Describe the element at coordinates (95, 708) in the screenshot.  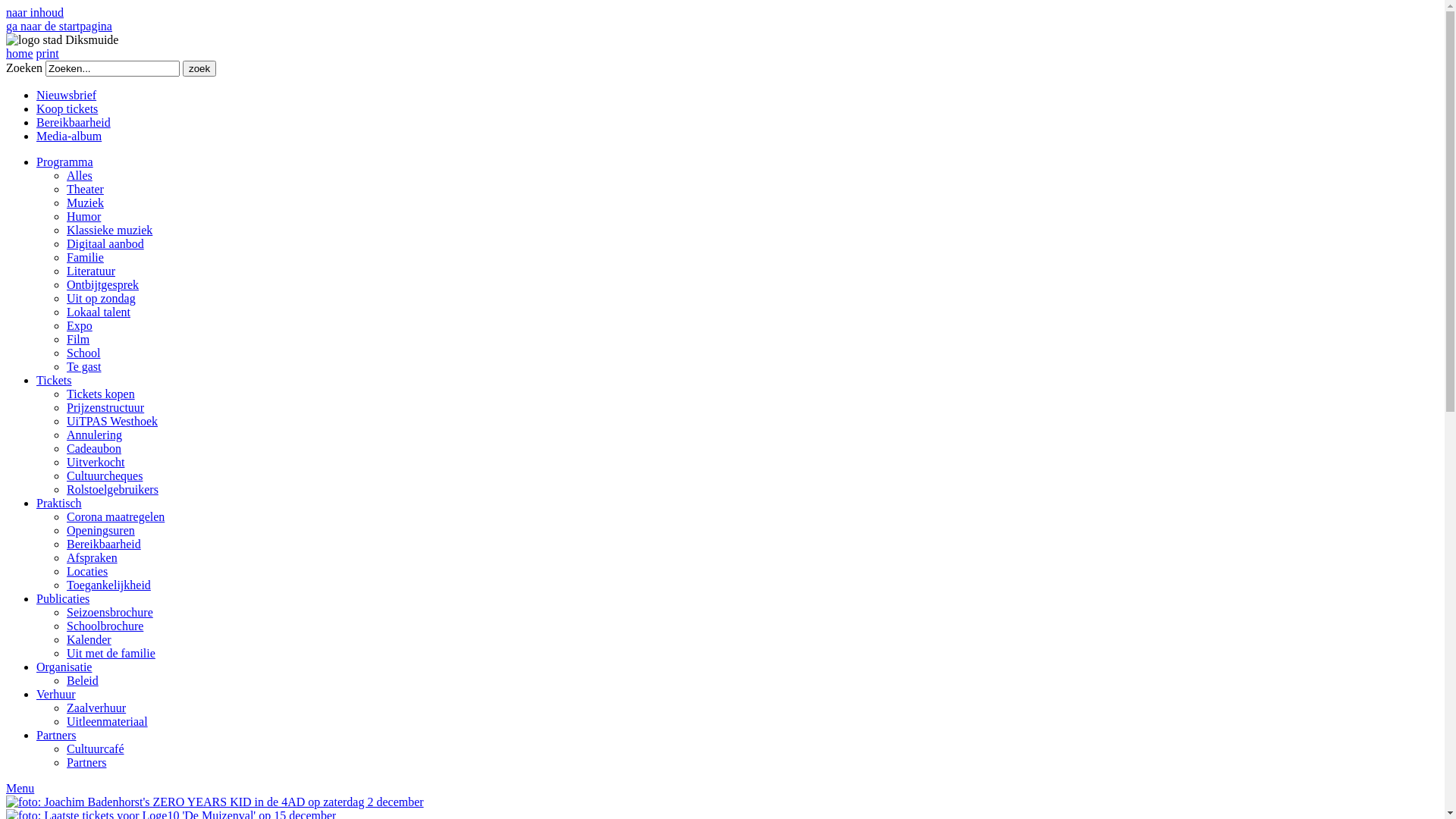
I see `'Zaalverhuur'` at that location.